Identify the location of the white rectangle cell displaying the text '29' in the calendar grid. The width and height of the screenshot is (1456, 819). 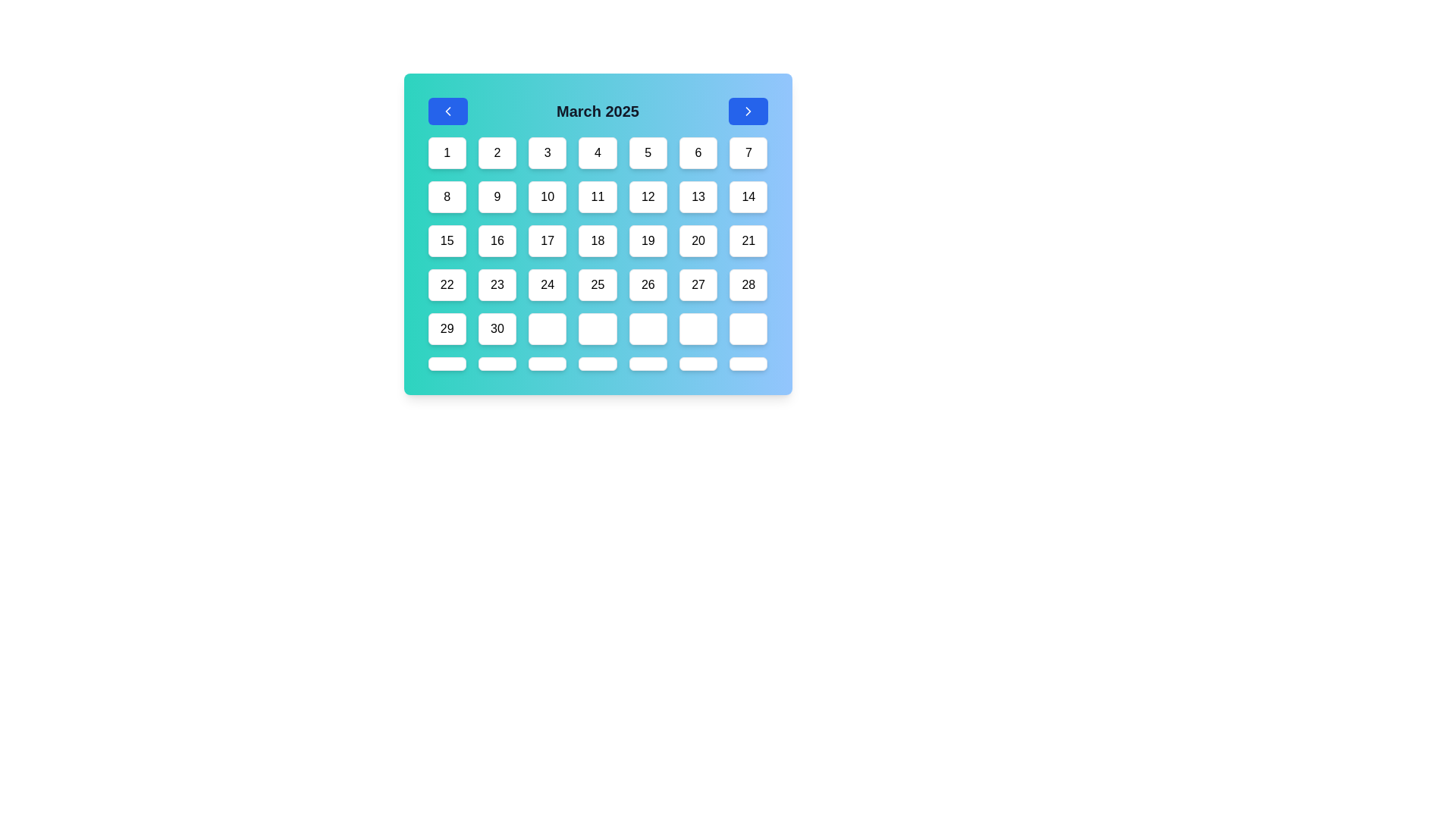
(446, 328).